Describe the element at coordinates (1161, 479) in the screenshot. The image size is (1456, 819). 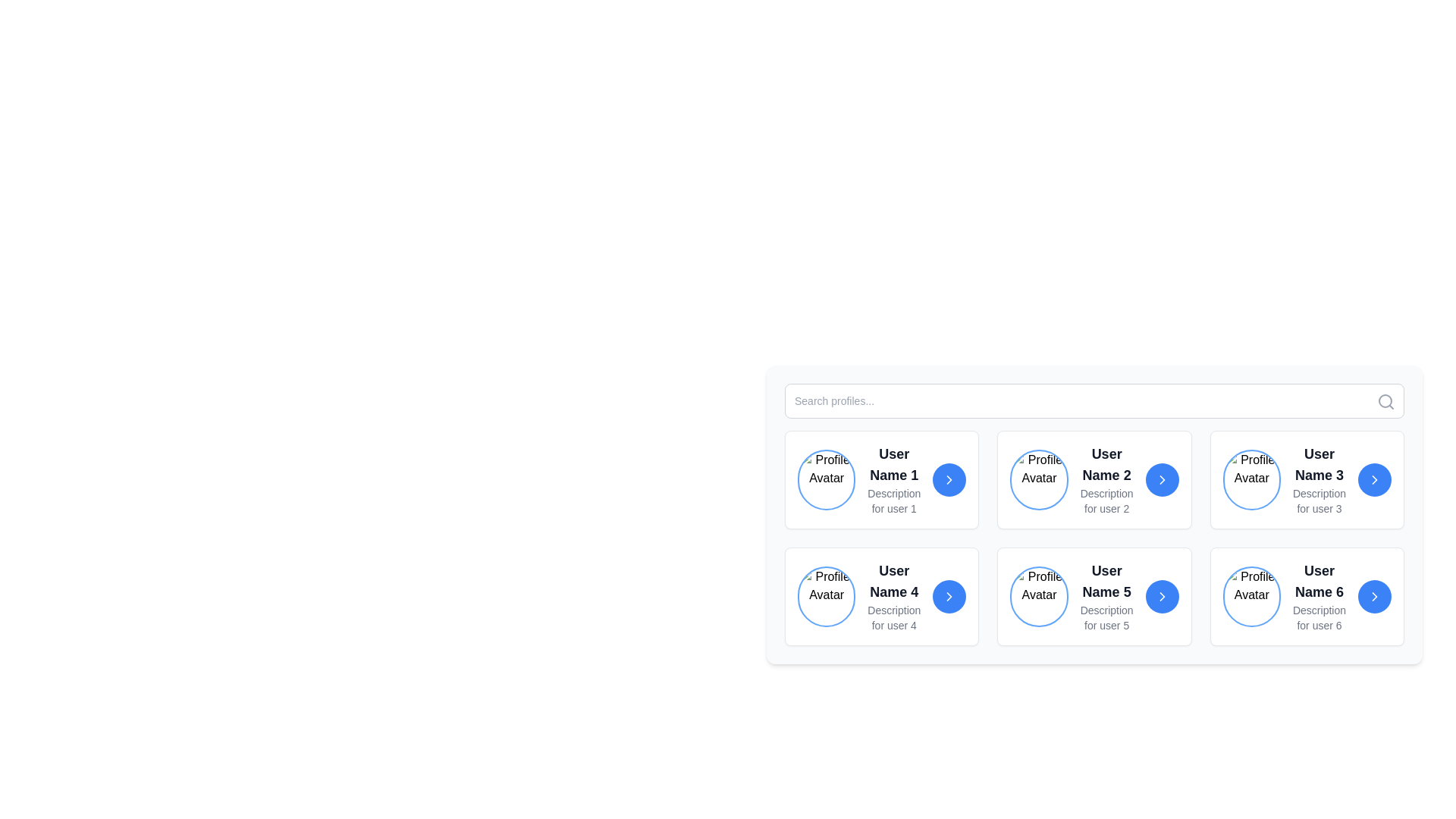
I see `the chevron icon located in the upper row of profile cards, specifically on the second card associated with 'User Name 2'` at that location.